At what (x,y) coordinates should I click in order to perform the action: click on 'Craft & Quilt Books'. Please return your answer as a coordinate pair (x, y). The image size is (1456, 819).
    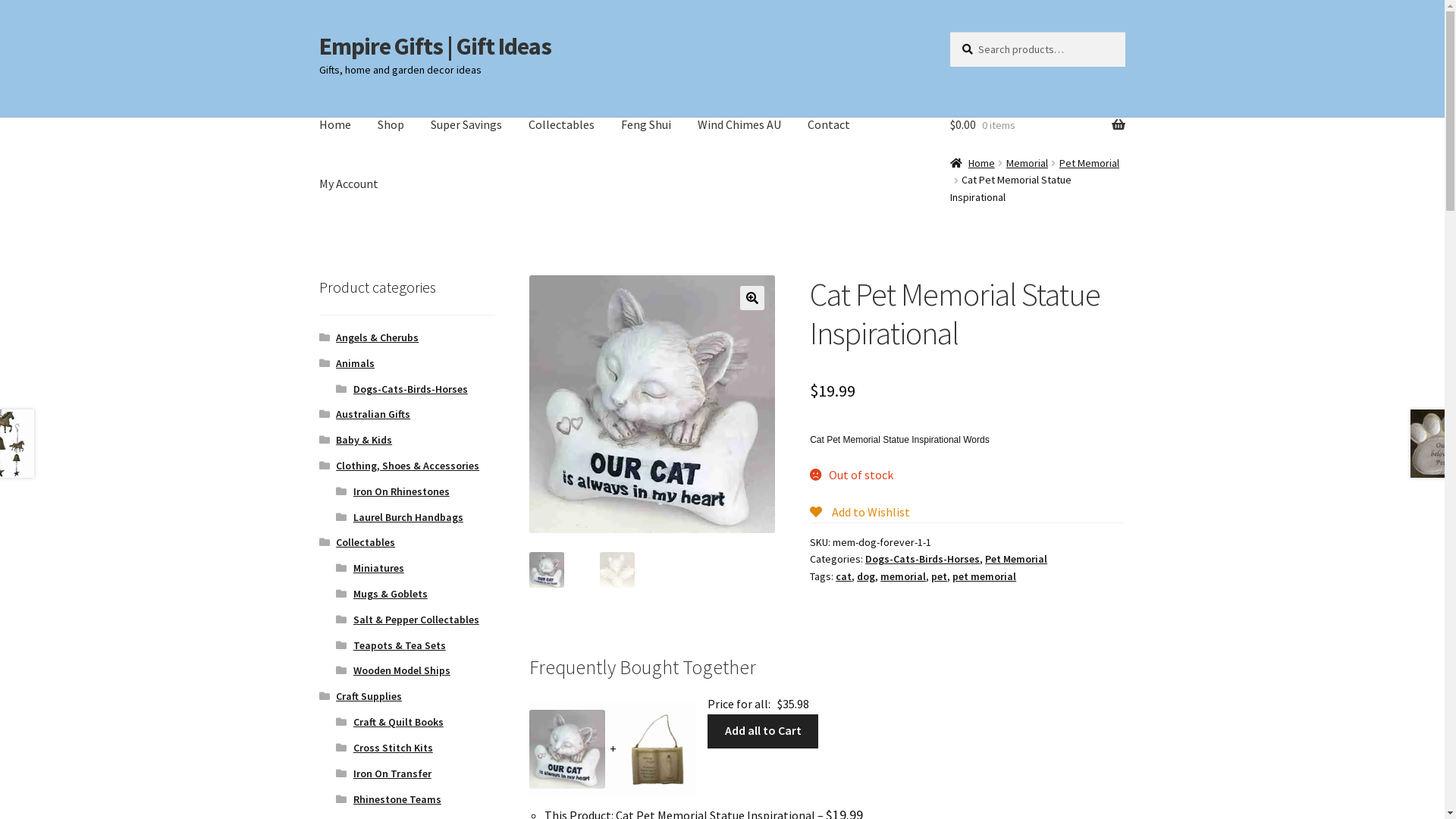
    Looking at the image, I should click on (398, 721).